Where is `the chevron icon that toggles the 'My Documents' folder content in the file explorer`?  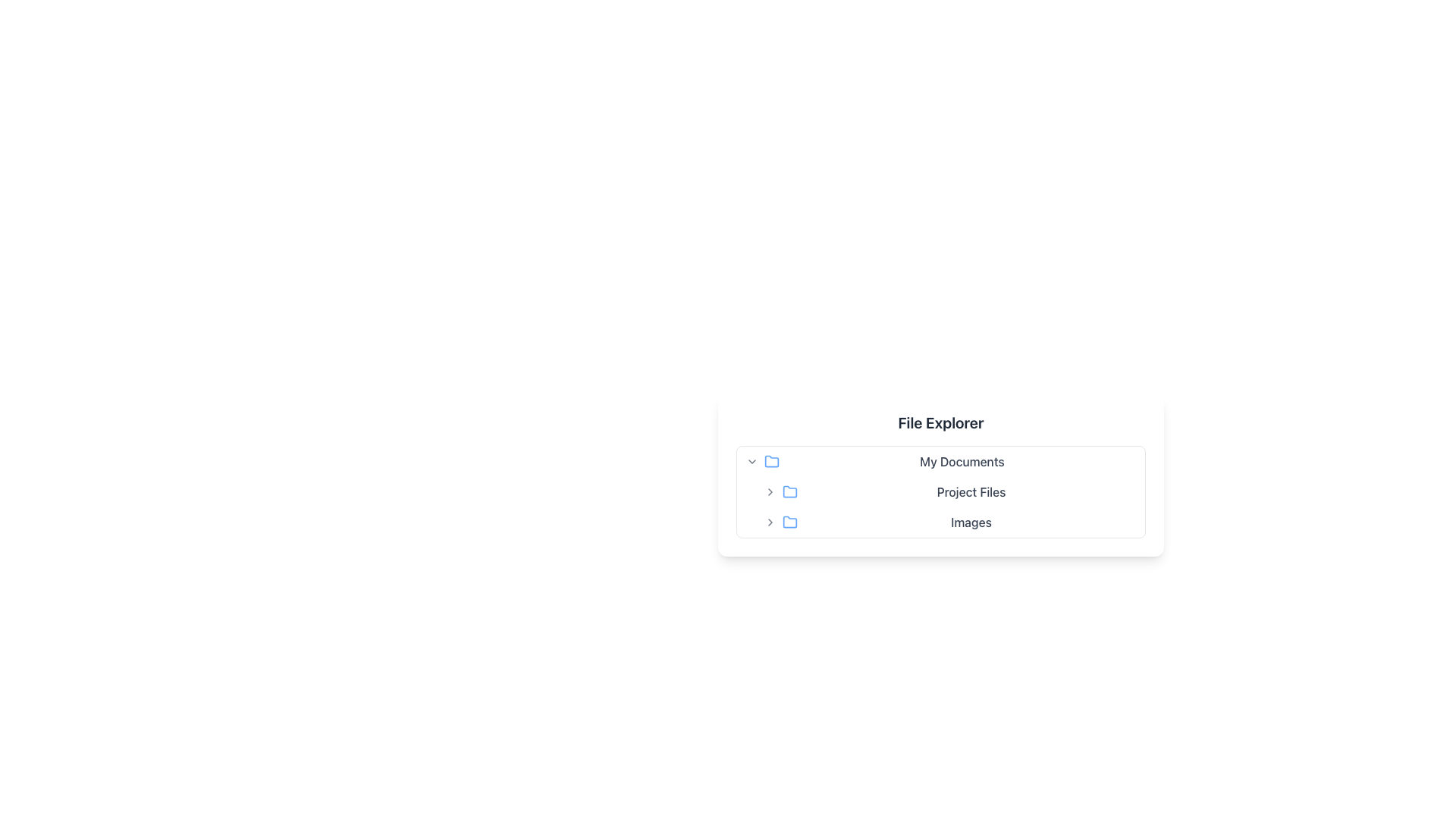
the chevron icon that toggles the 'My Documents' folder content in the file explorer is located at coordinates (752, 461).